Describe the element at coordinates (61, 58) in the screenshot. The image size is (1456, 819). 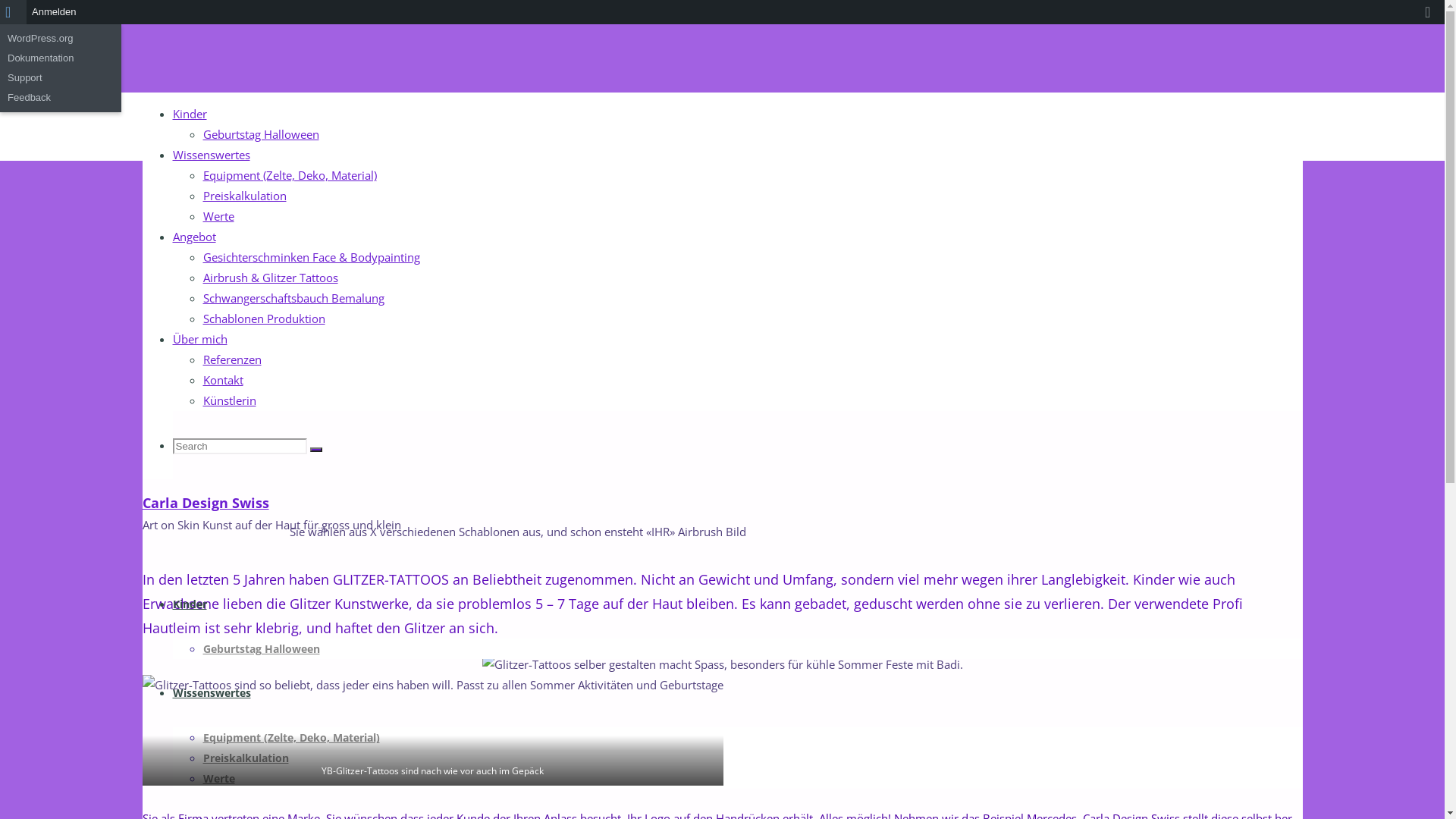
I see `'Dokumentation'` at that location.